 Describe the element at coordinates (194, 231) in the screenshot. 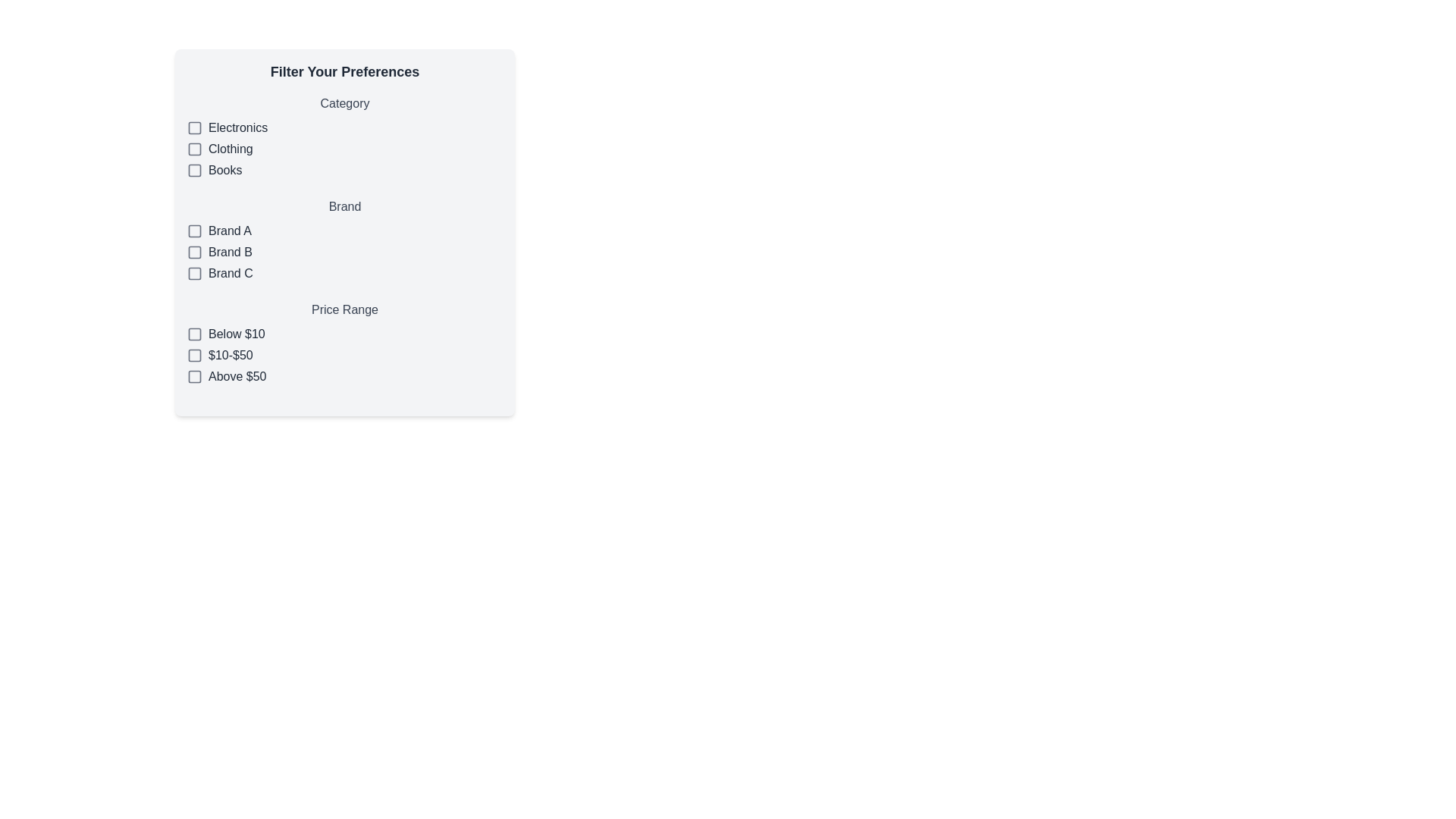

I see `the checkbox for the 'Brand A' filter option` at that location.